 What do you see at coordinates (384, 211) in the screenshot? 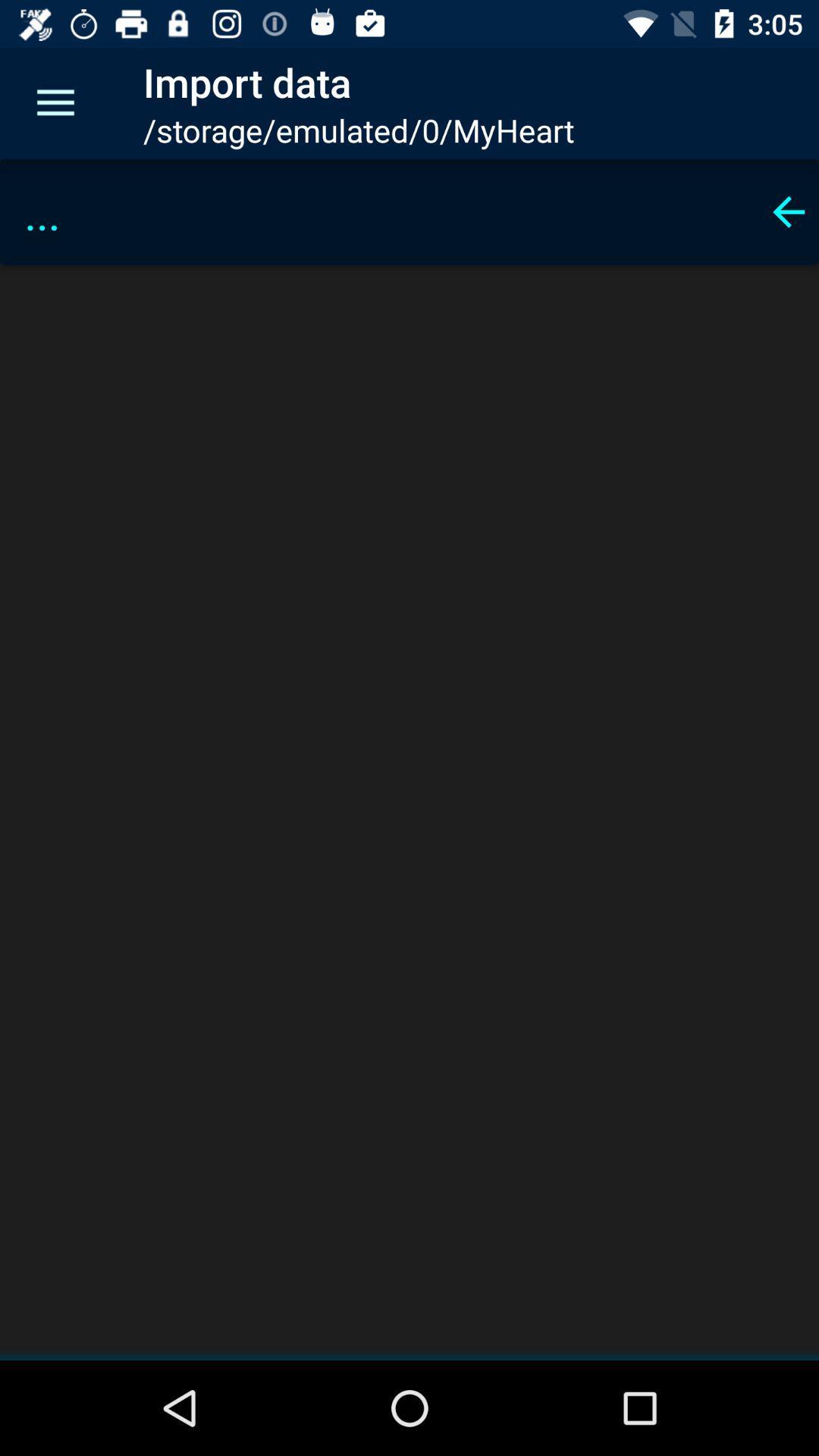
I see `... item` at bounding box center [384, 211].